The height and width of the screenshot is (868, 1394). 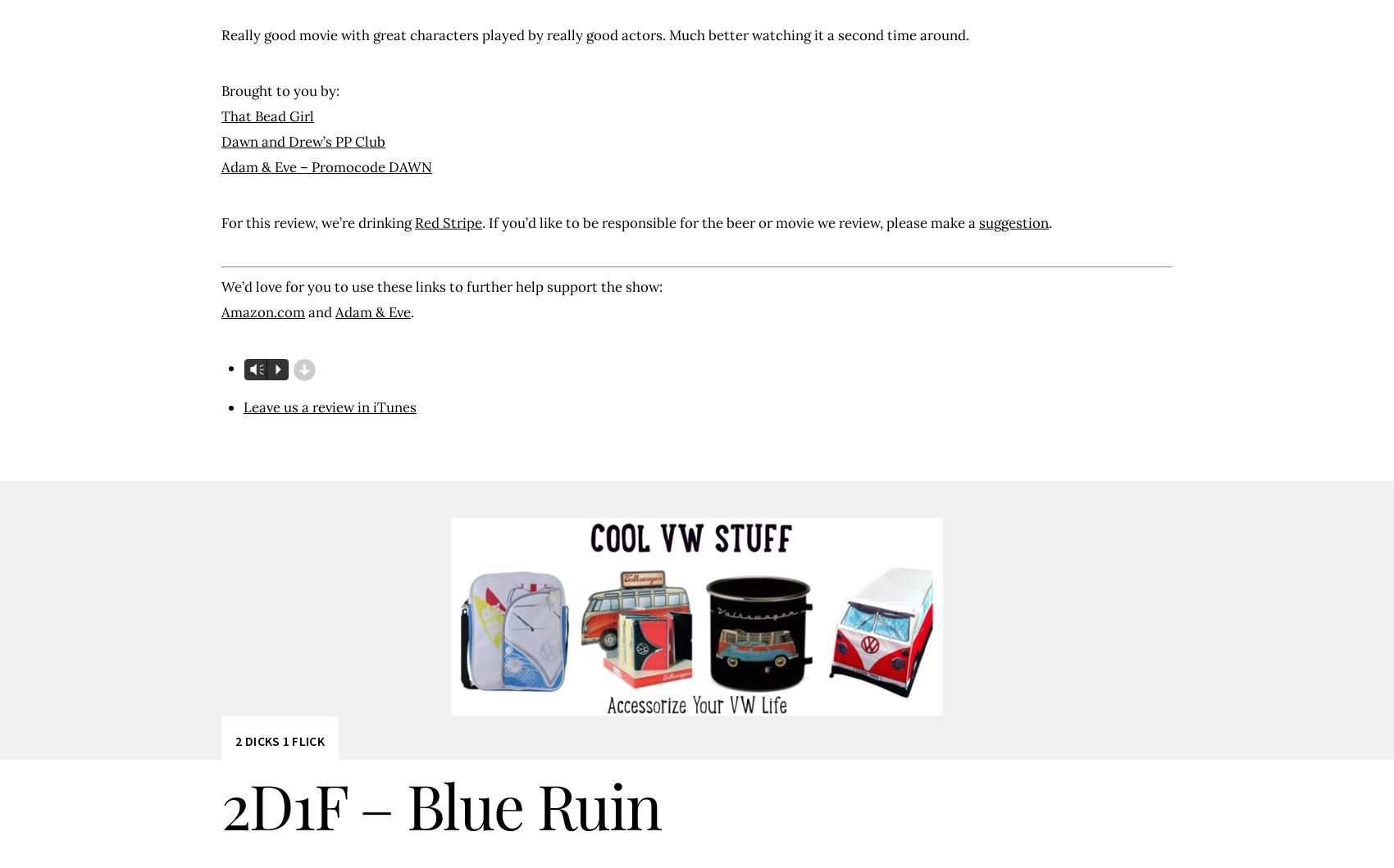 I want to click on 'Leave us a review in iTunes', so click(x=328, y=407).